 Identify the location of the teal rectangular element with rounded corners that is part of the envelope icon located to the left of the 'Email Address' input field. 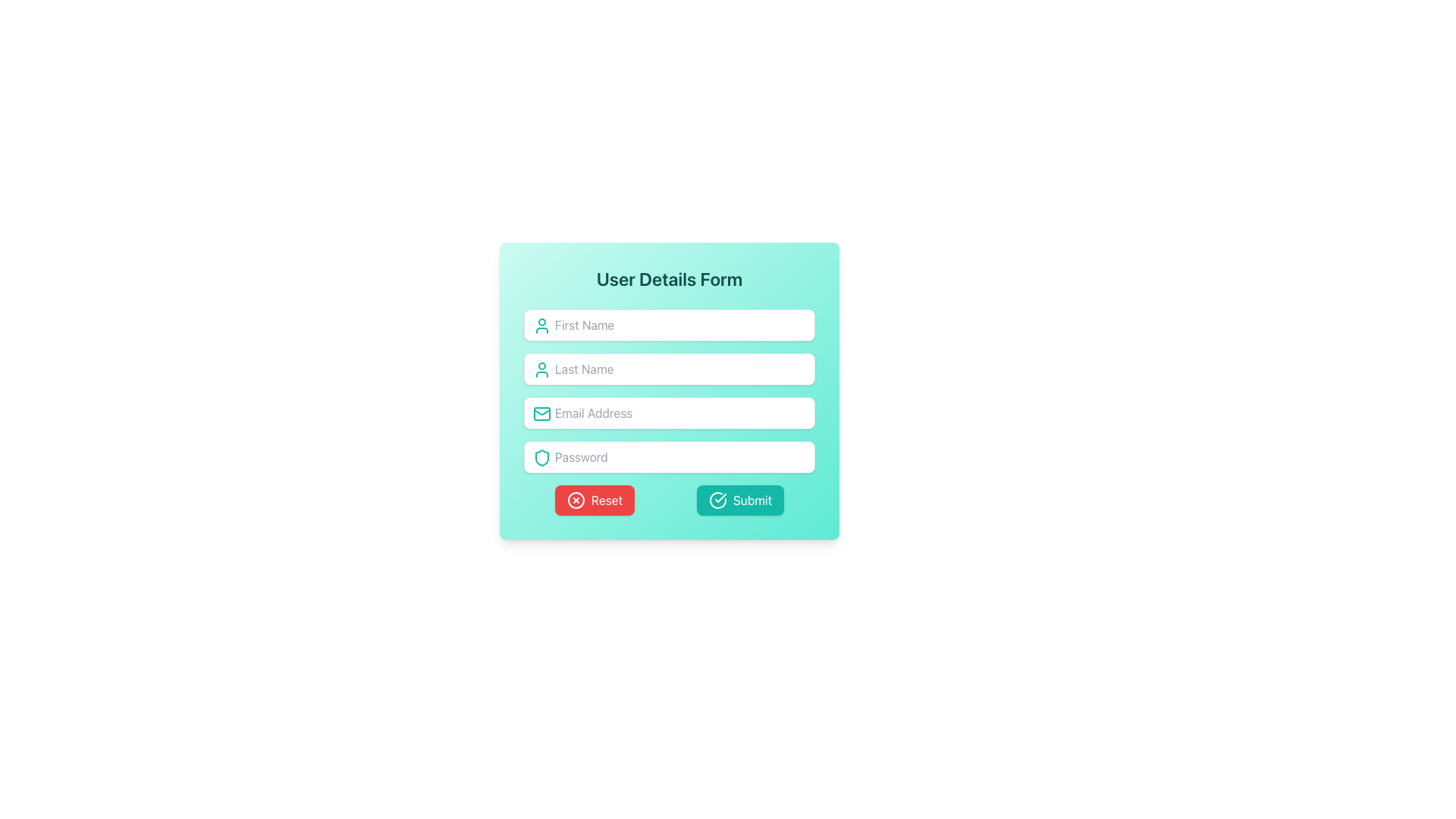
(542, 414).